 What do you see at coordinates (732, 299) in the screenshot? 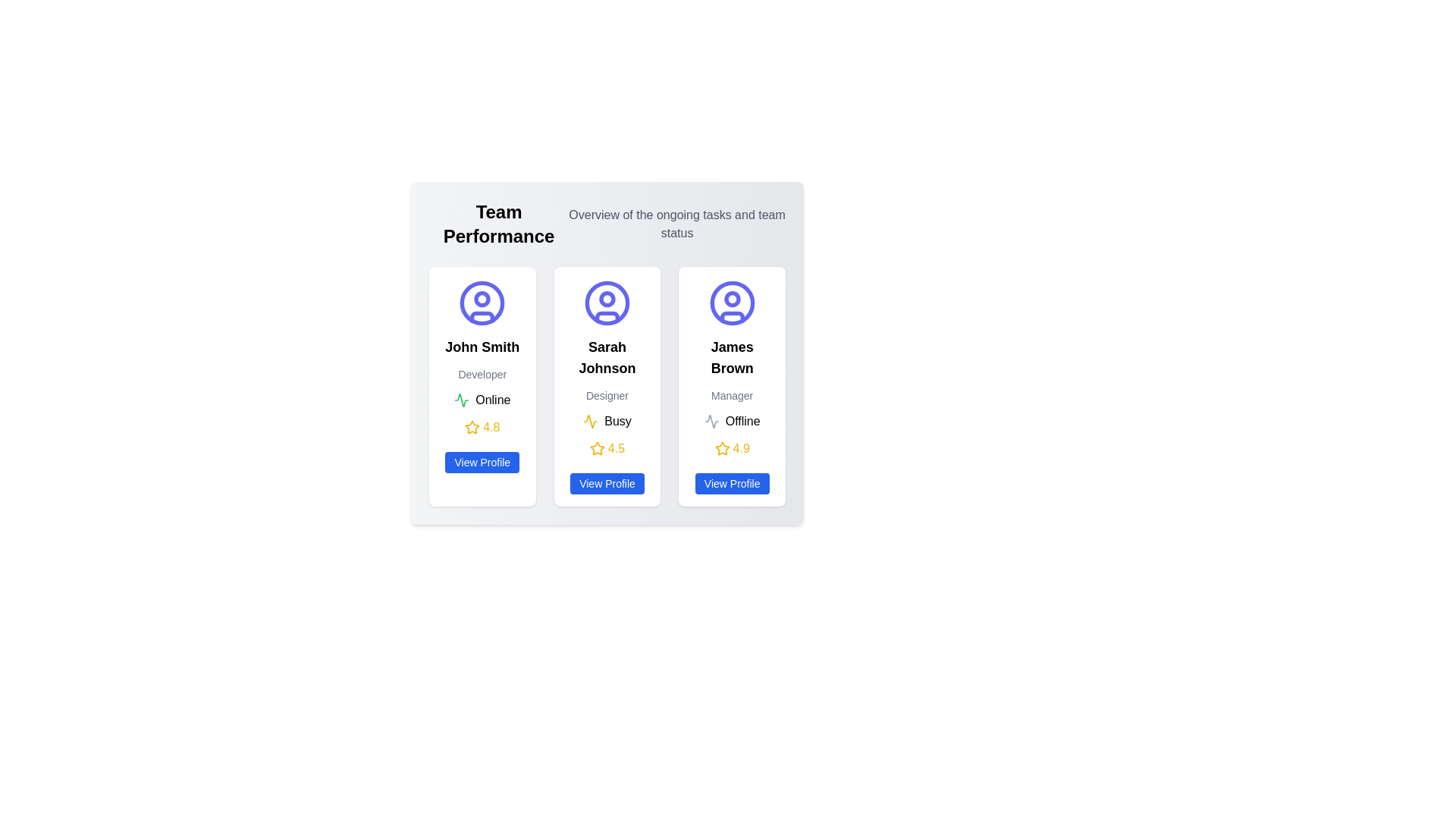
I see `the small circle inside the user profile icon, which has a blue outline and is positioned near the middle-top area of the profile icon labeled 'Sarah Johnson'` at bounding box center [732, 299].